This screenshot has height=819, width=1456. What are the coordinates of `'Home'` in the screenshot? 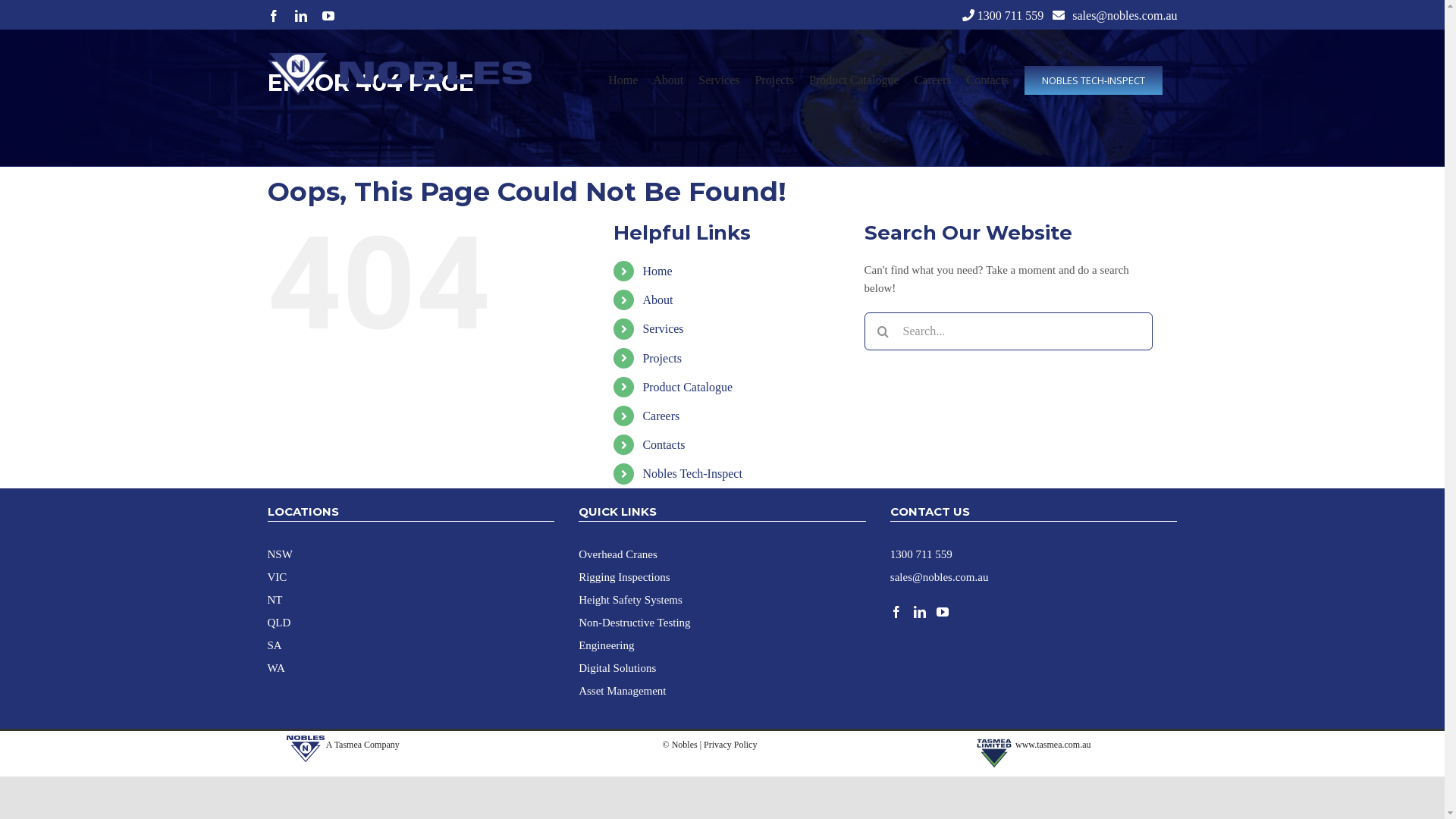 It's located at (623, 80).